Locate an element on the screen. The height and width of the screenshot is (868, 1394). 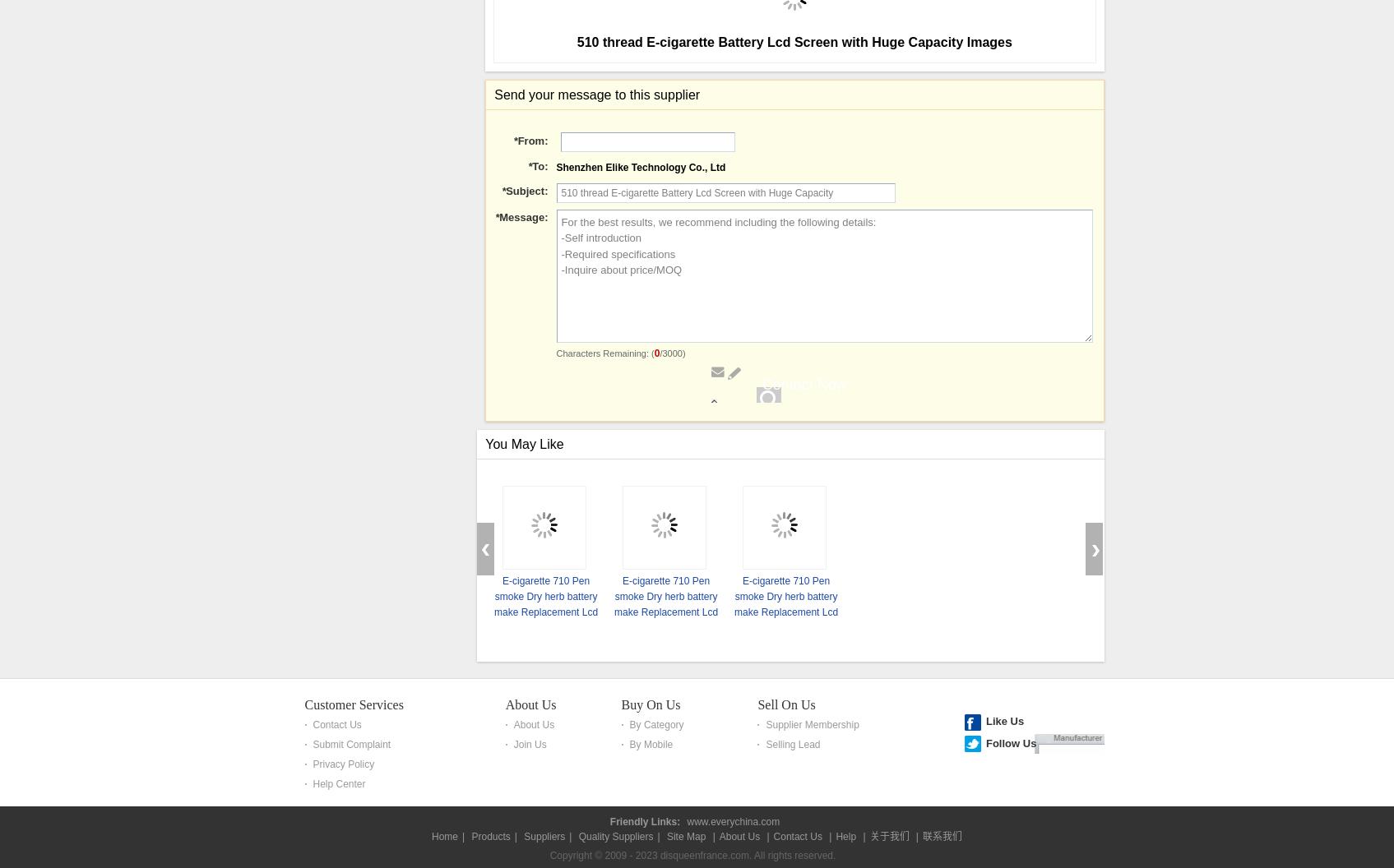
'/3000)' is located at coordinates (660, 818).